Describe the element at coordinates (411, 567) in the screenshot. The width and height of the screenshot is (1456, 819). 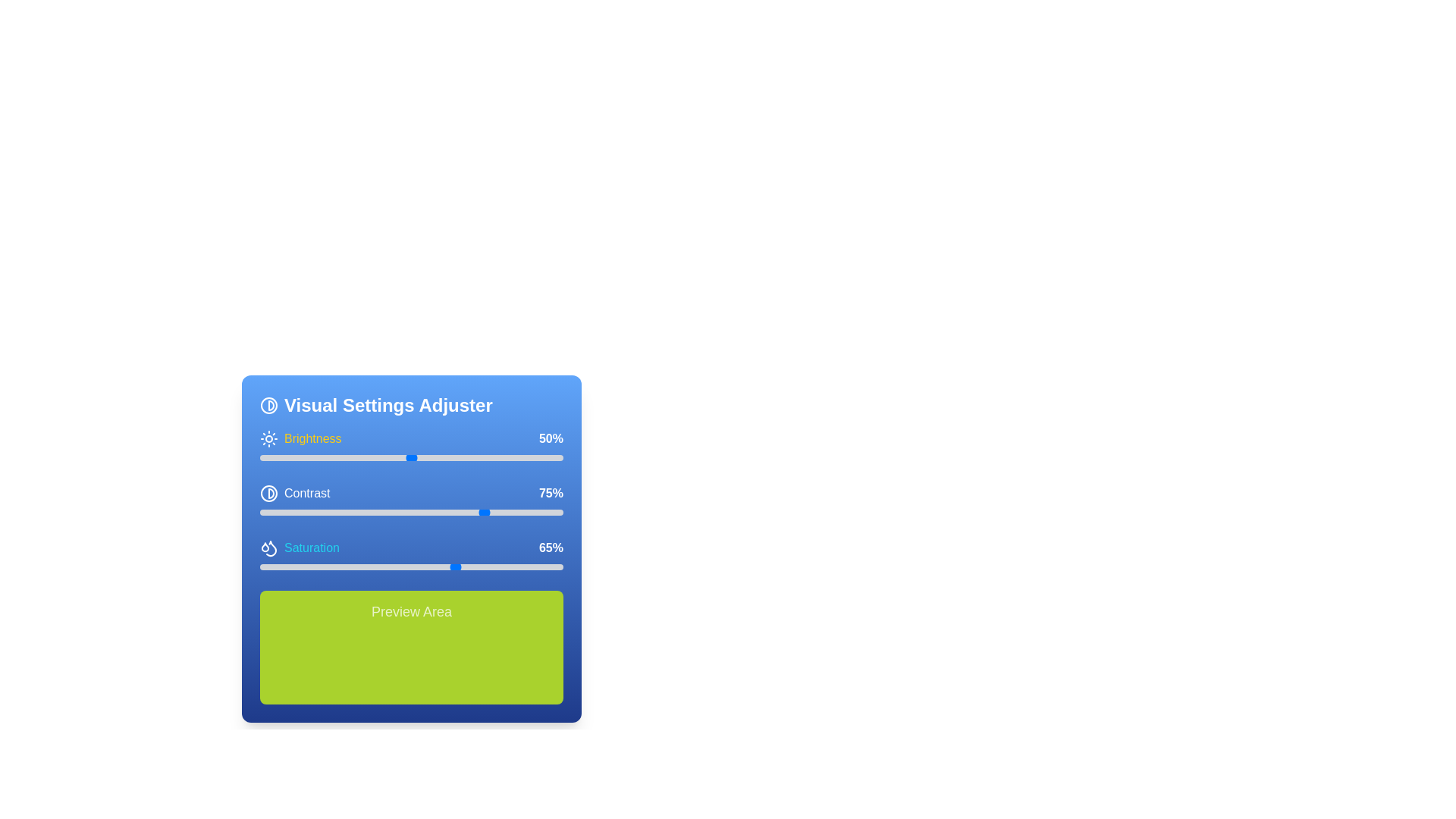
I see `and drag the saturation range slider located in the 'Saturation' panel below the 'Saturation' label and '65%' percentage, within the 'Visual Settings Adjuster' section` at that location.